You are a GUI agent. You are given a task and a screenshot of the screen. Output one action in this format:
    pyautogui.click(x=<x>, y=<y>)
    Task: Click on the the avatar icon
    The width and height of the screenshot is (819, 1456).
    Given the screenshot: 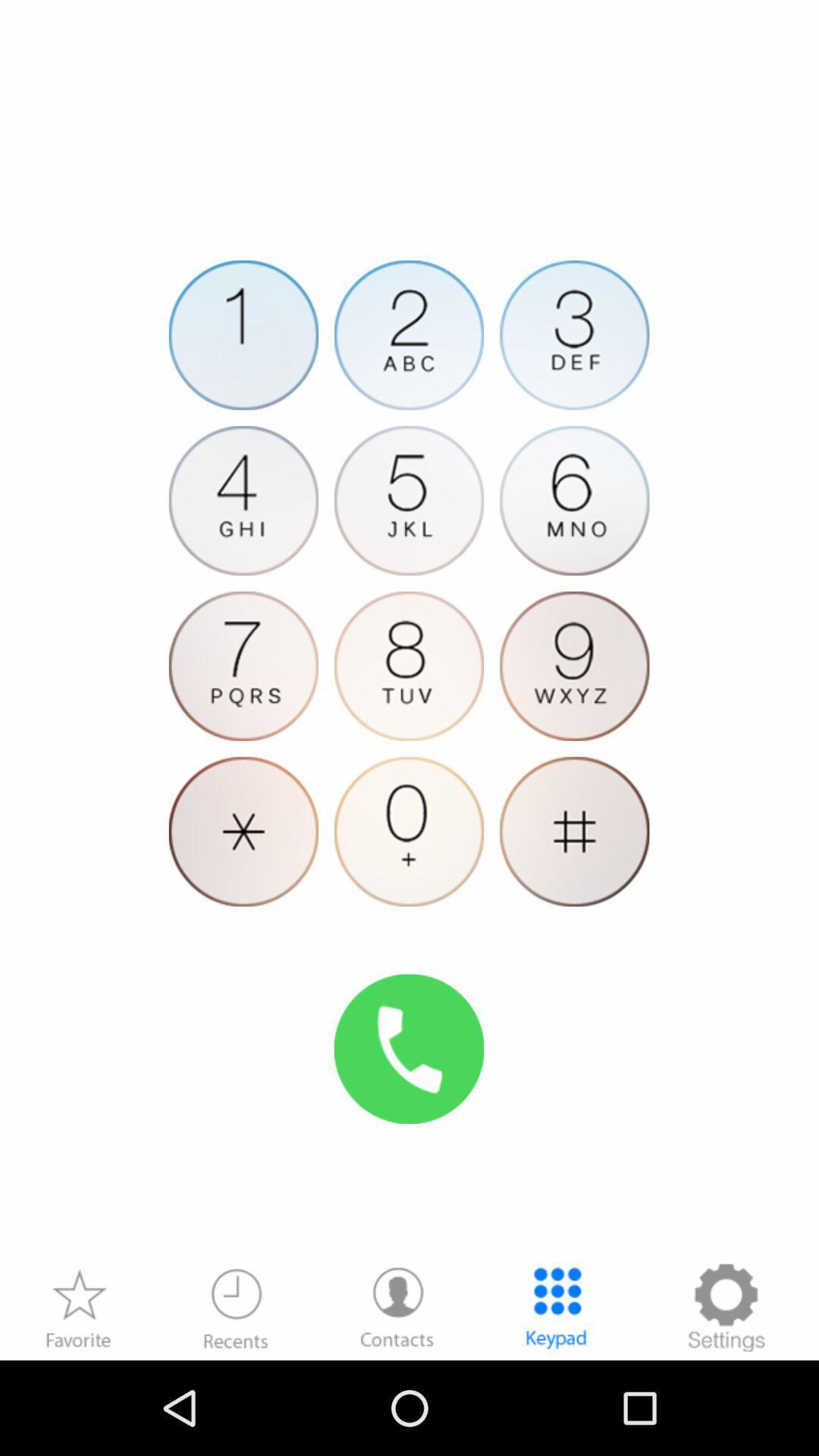 What is the action you would take?
    pyautogui.click(x=408, y=712)
    